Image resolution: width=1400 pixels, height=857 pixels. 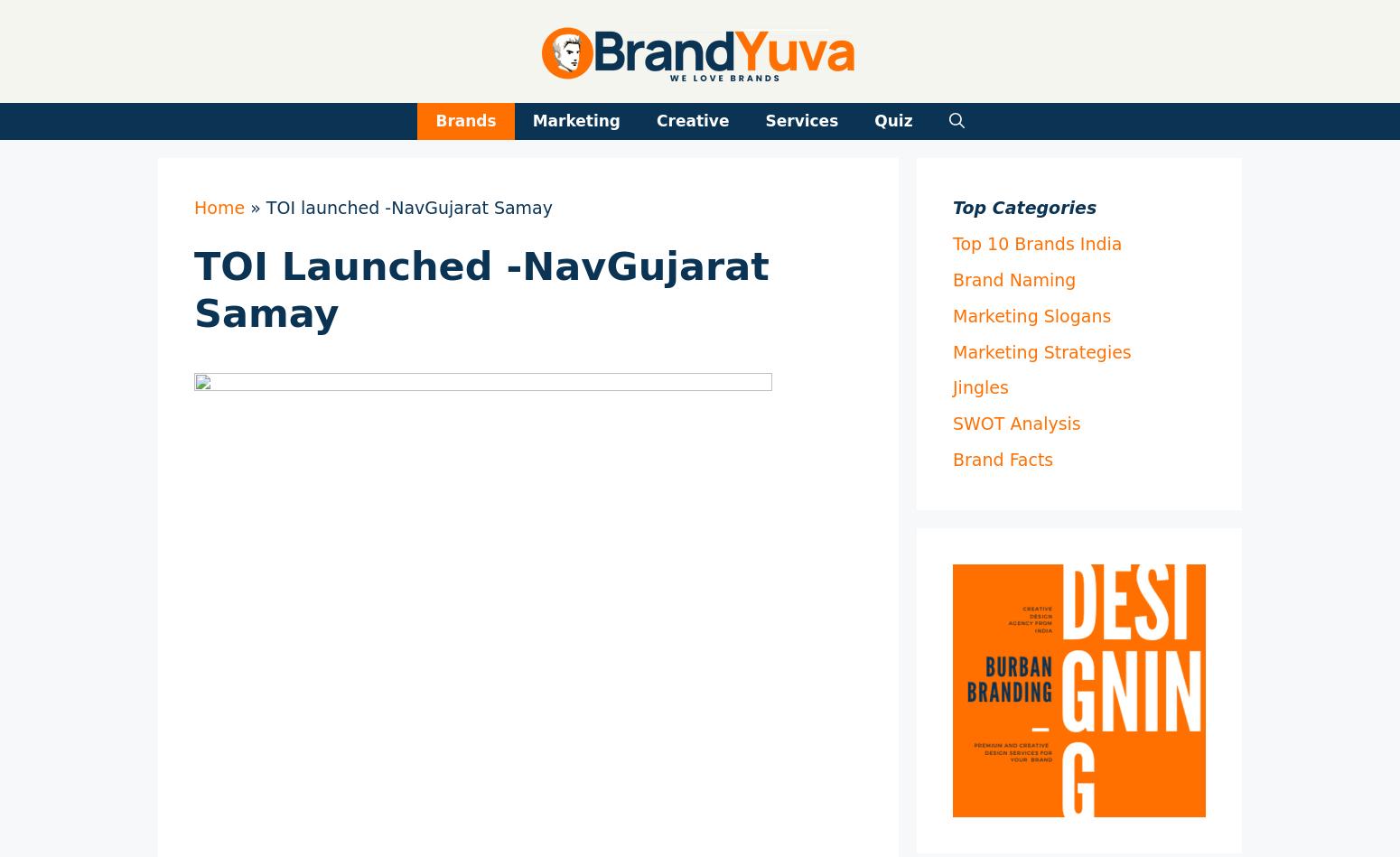 I want to click on 'Brand Facts', so click(x=1002, y=459).